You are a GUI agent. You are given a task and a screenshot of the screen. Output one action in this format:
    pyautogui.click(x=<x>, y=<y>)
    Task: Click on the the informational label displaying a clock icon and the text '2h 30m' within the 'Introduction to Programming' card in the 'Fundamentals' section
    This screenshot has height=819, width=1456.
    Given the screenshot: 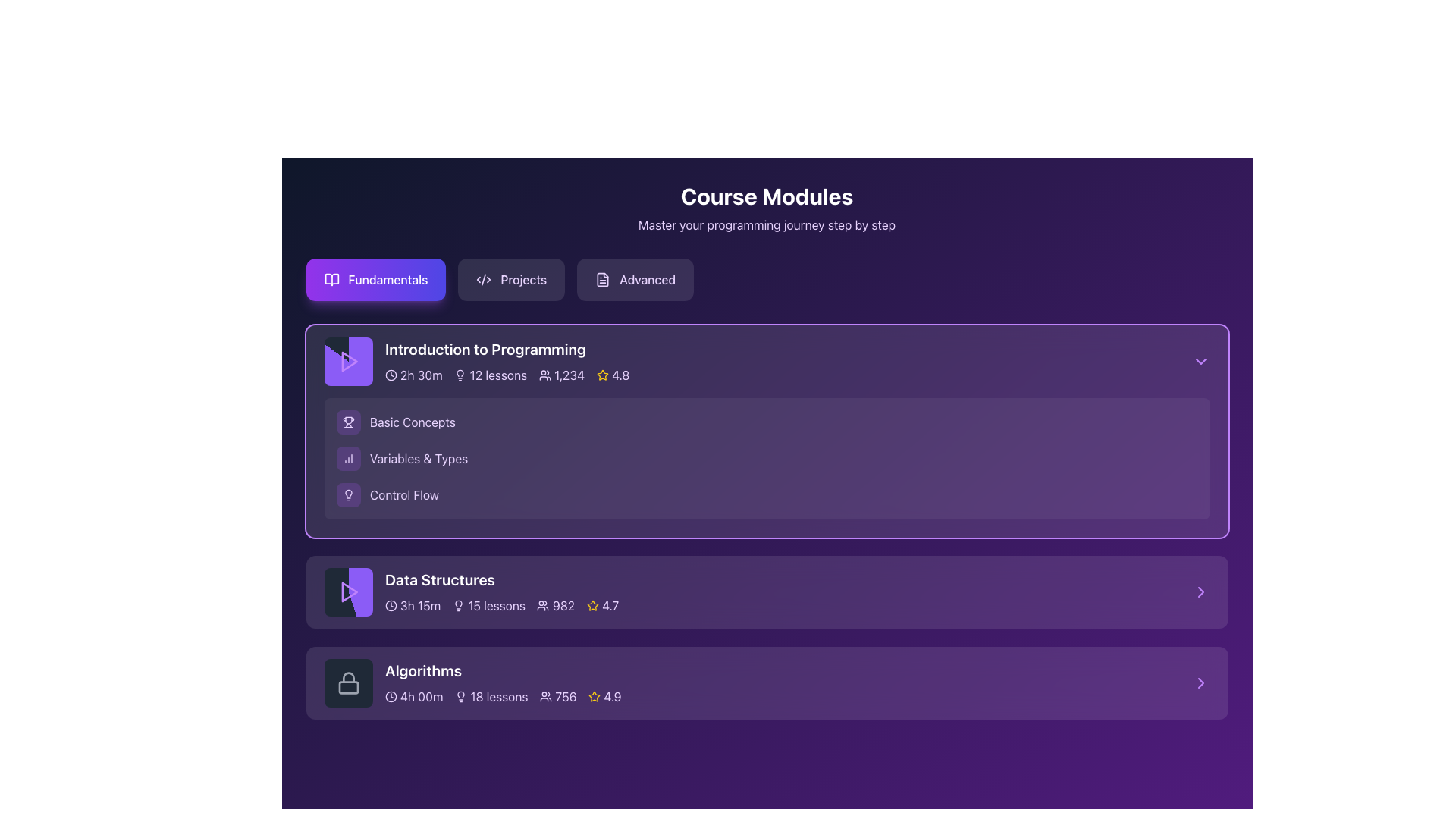 What is the action you would take?
    pyautogui.click(x=413, y=375)
    